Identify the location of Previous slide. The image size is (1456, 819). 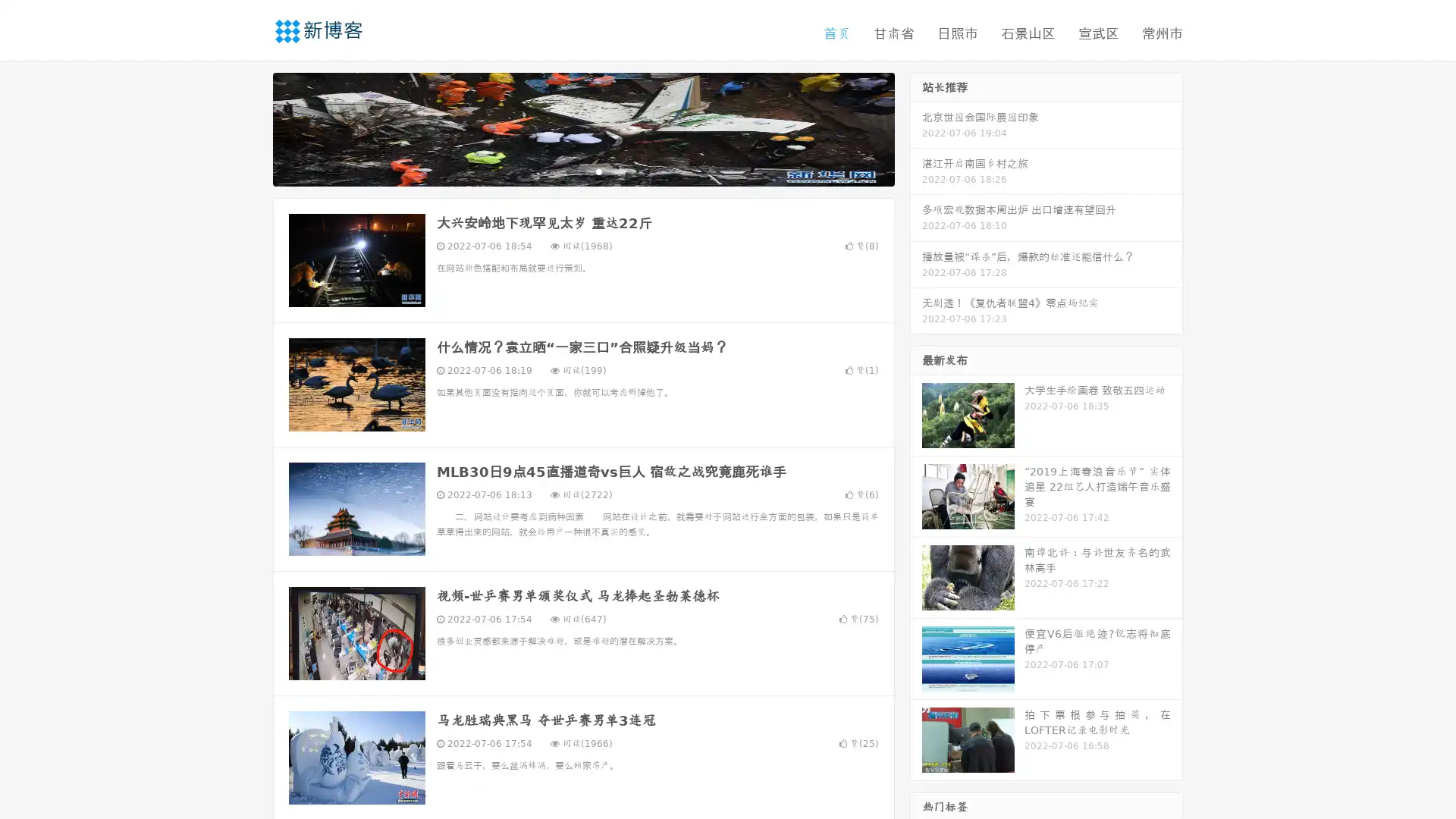
(250, 127).